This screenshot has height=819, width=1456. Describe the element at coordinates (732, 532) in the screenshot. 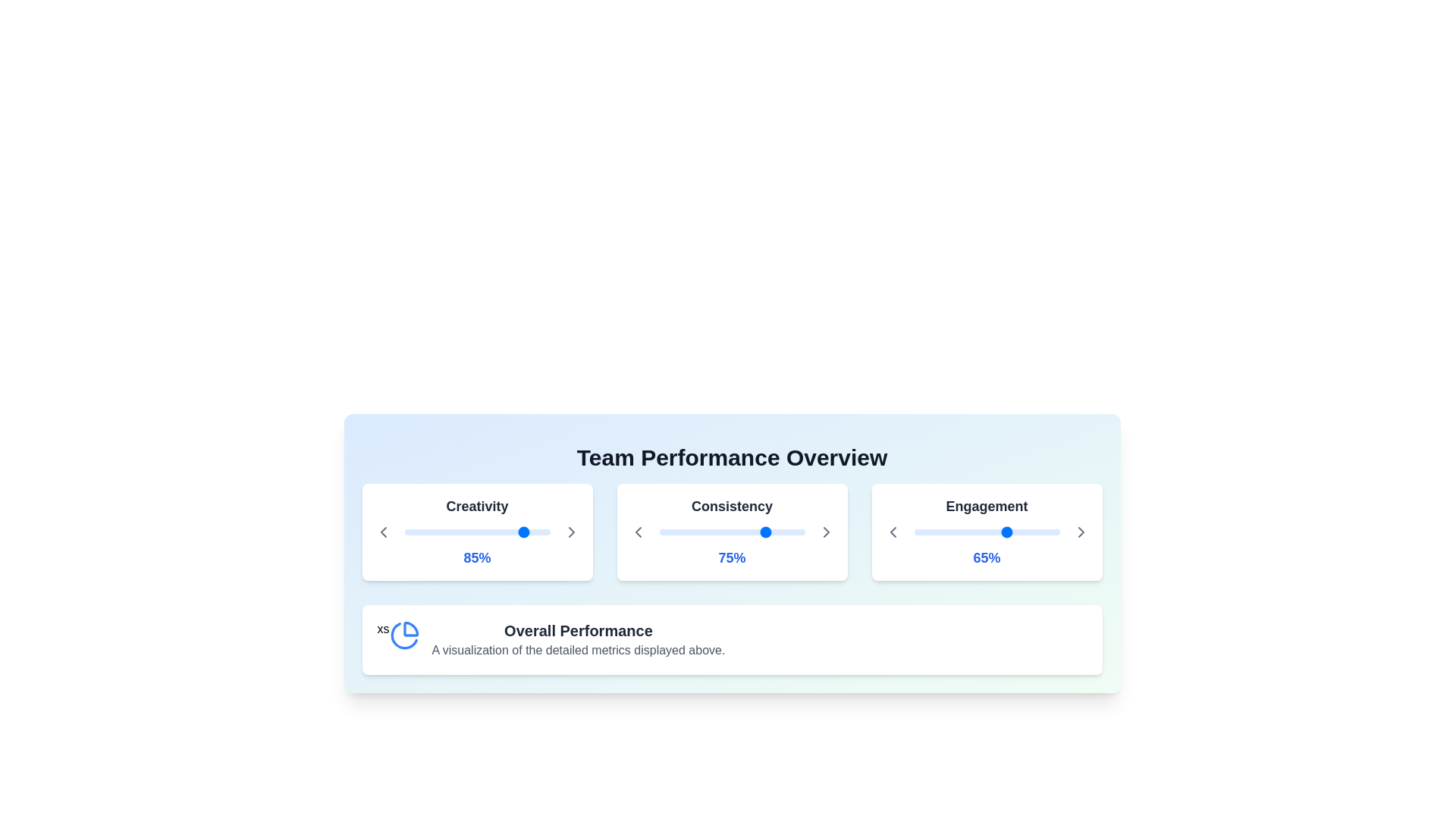

I see `the '75%' percentage text within the 'Consistency' slider card to highlight it` at that location.